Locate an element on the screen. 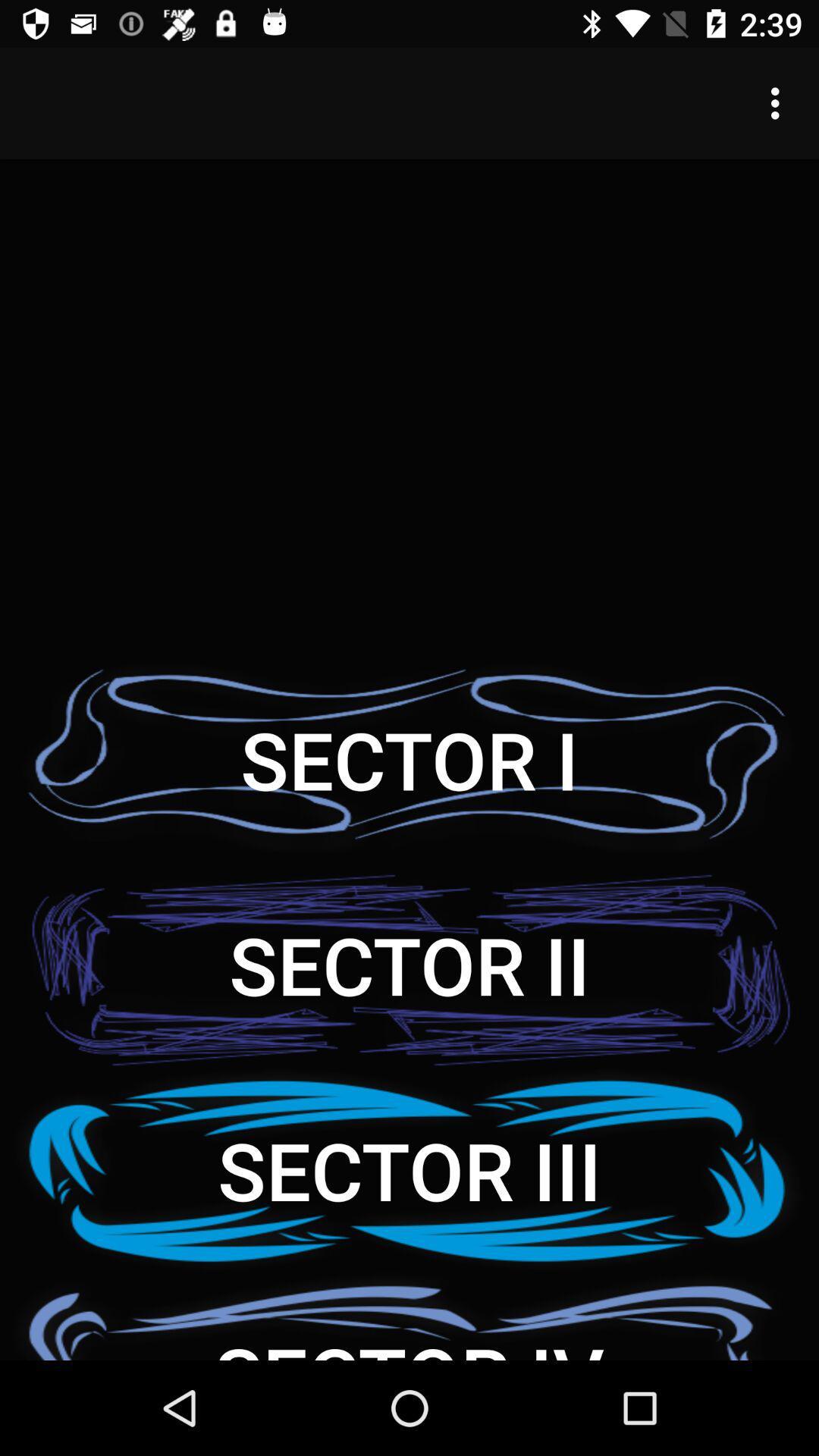  item above the sector ii is located at coordinates (409, 759).